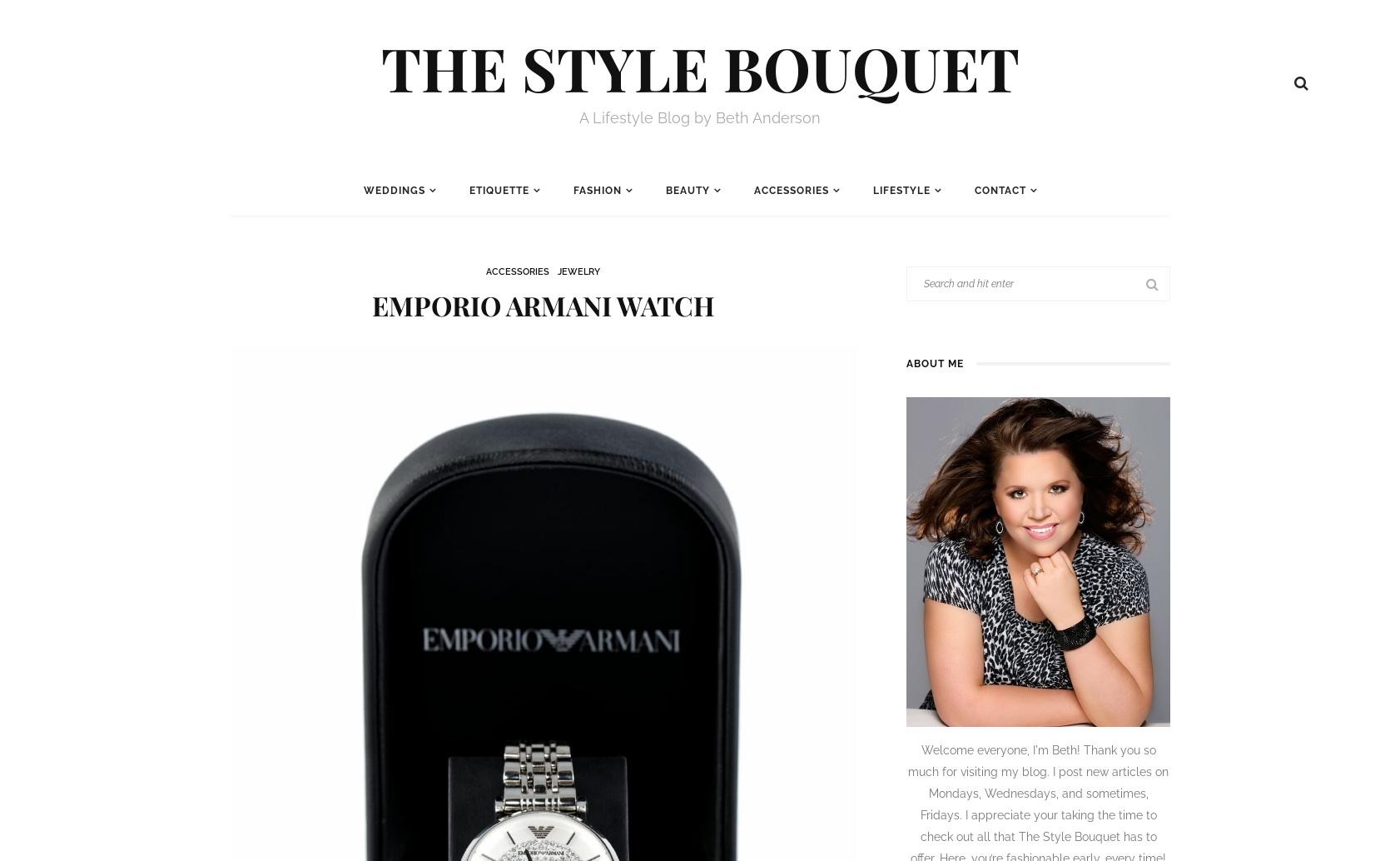 This screenshot has width=1400, height=861. Describe the element at coordinates (687, 191) in the screenshot. I see `'Beauty'` at that location.